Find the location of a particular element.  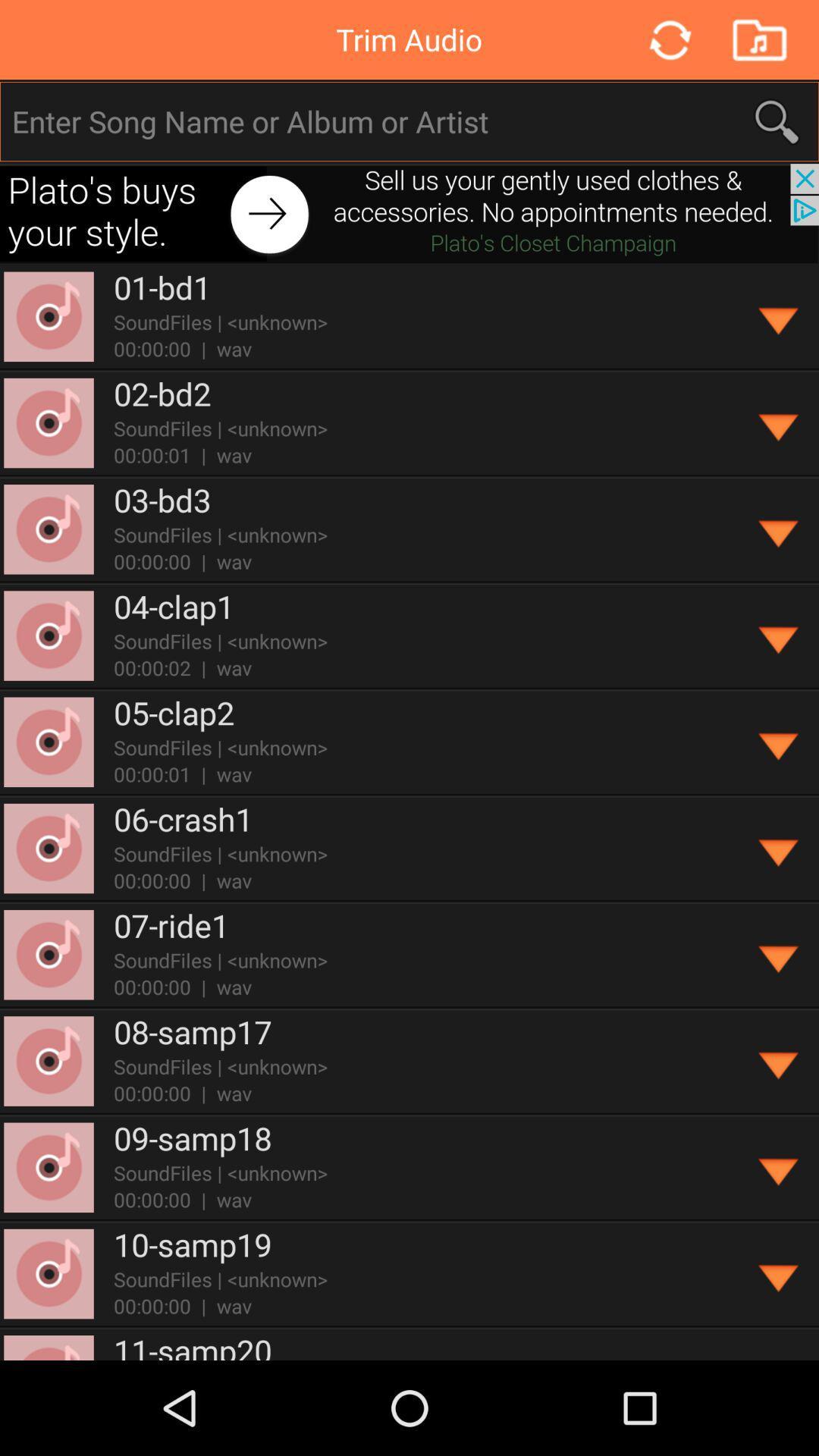

song is located at coordinates (779, 1274).